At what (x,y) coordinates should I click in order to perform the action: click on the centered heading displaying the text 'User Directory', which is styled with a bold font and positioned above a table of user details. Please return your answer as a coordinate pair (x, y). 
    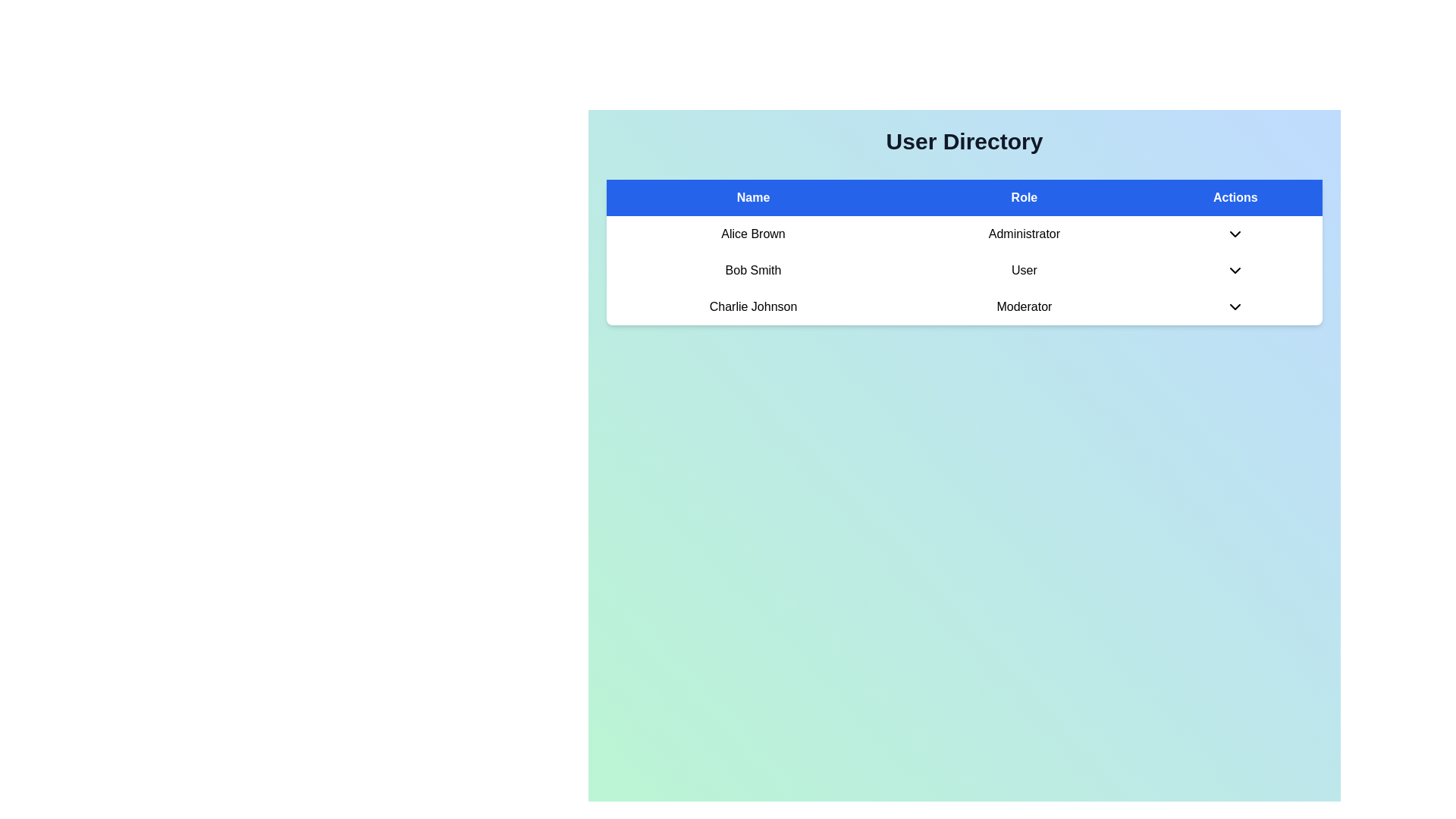
    Looking at the image, I should click on (964, 141).